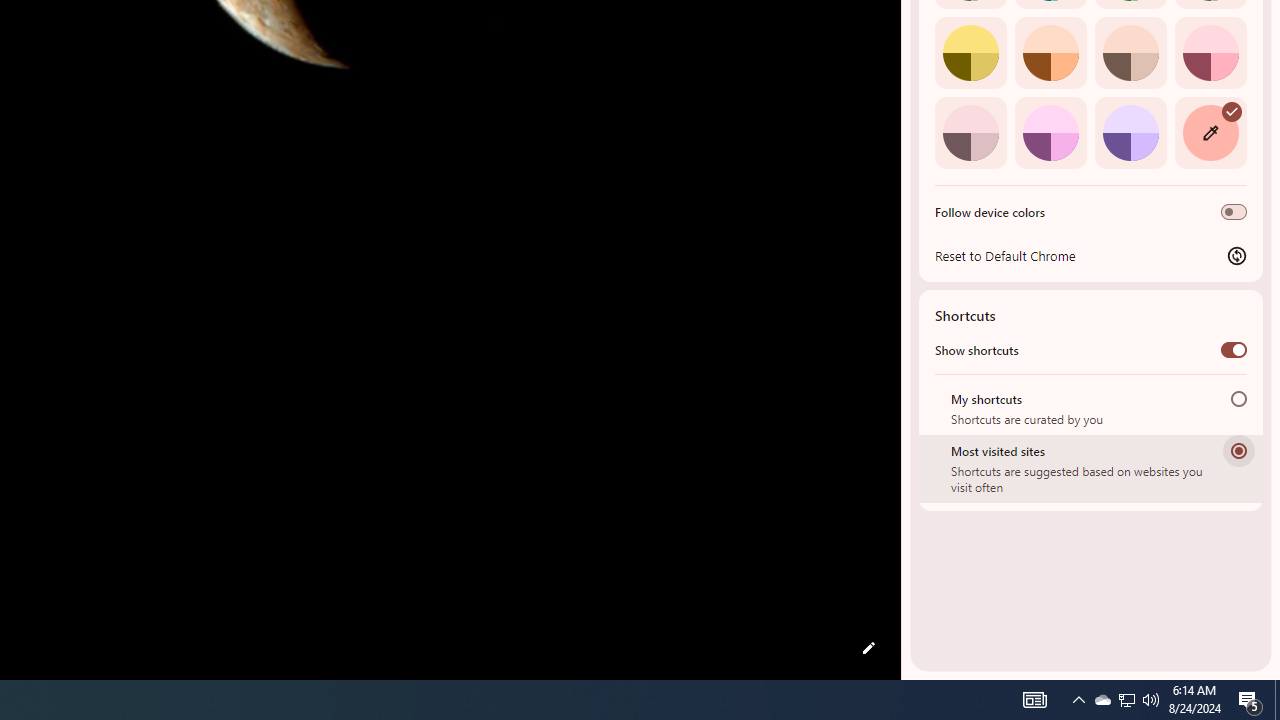  I want to click on 'AutomationID: svg', so click(1231, 111).